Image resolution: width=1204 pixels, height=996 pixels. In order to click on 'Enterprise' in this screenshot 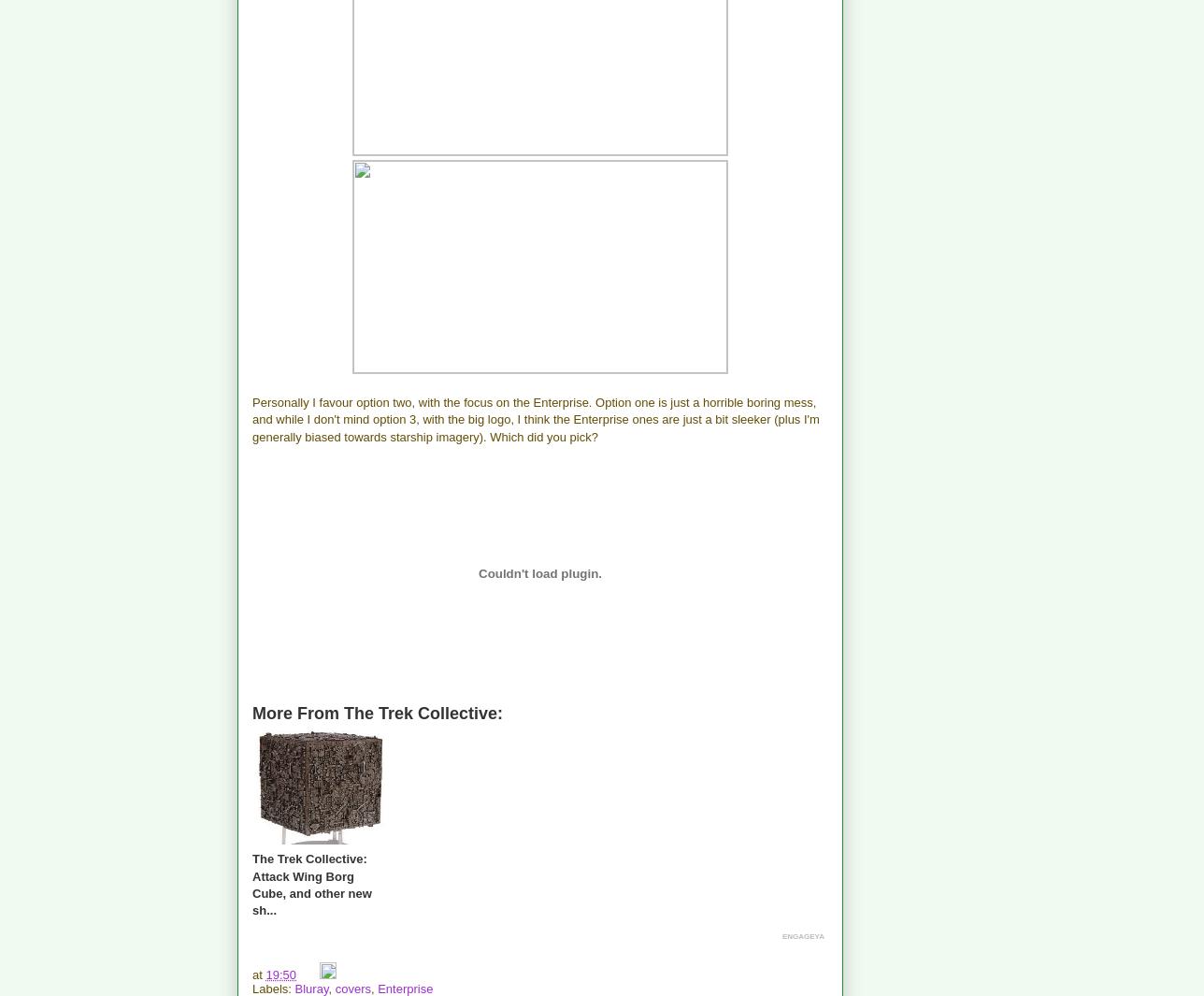, I will do `click(405, 988)`.